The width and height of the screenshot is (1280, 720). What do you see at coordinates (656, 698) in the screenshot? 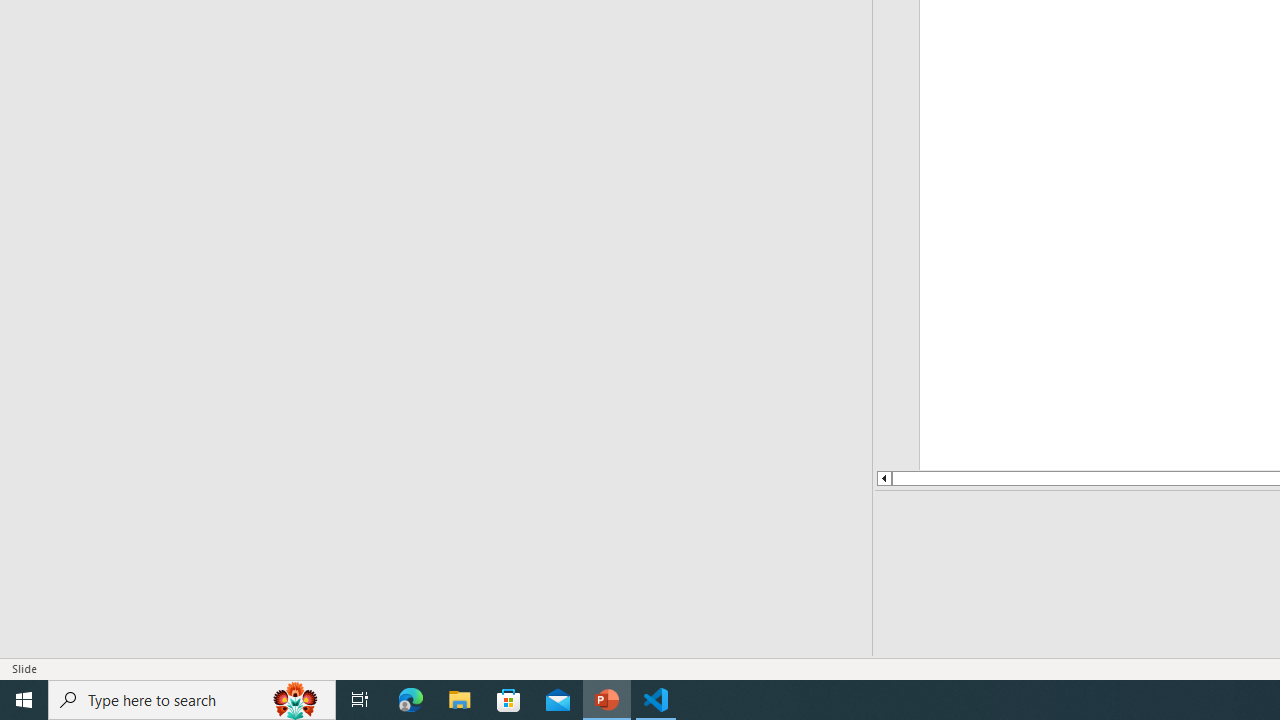
I see `'Visual Studio Code - 1 running window'` at bounding box center [656, 698].